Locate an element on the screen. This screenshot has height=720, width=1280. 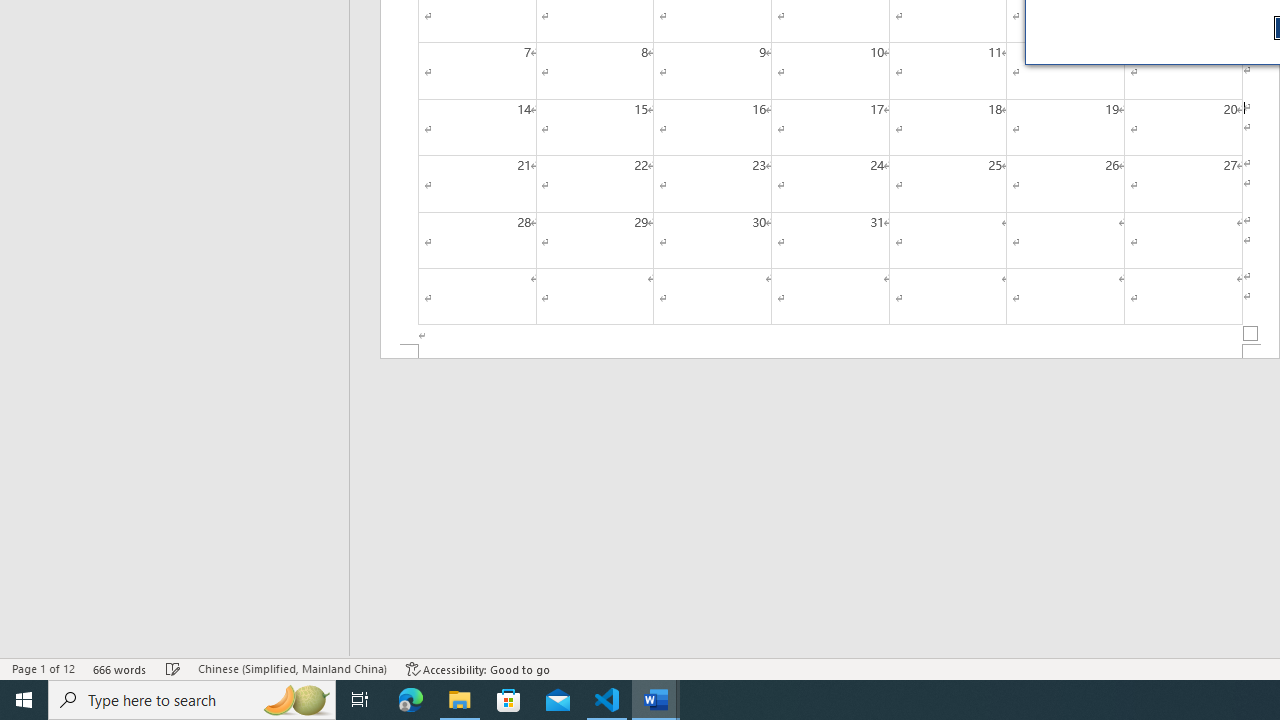
'Microsoft Store' is located at coordinates (509, 698).